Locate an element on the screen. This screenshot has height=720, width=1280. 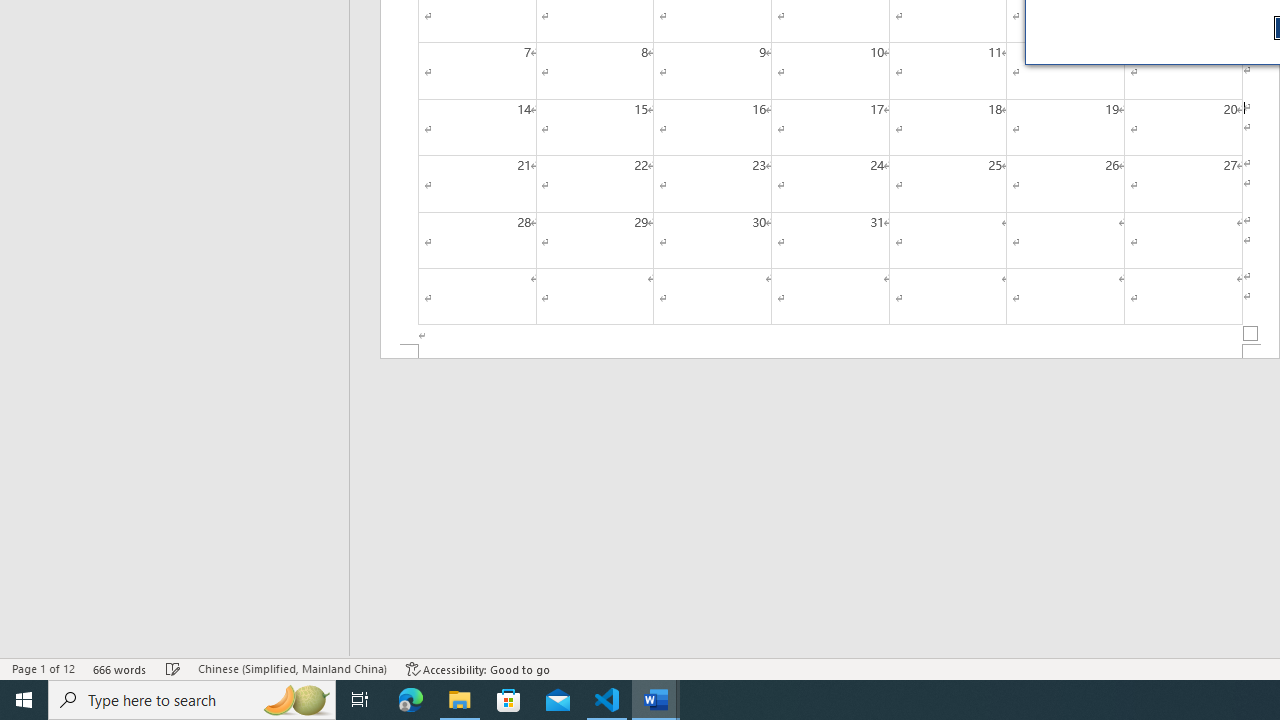
'Microsoft Store' is located at coordinates (509, 698).